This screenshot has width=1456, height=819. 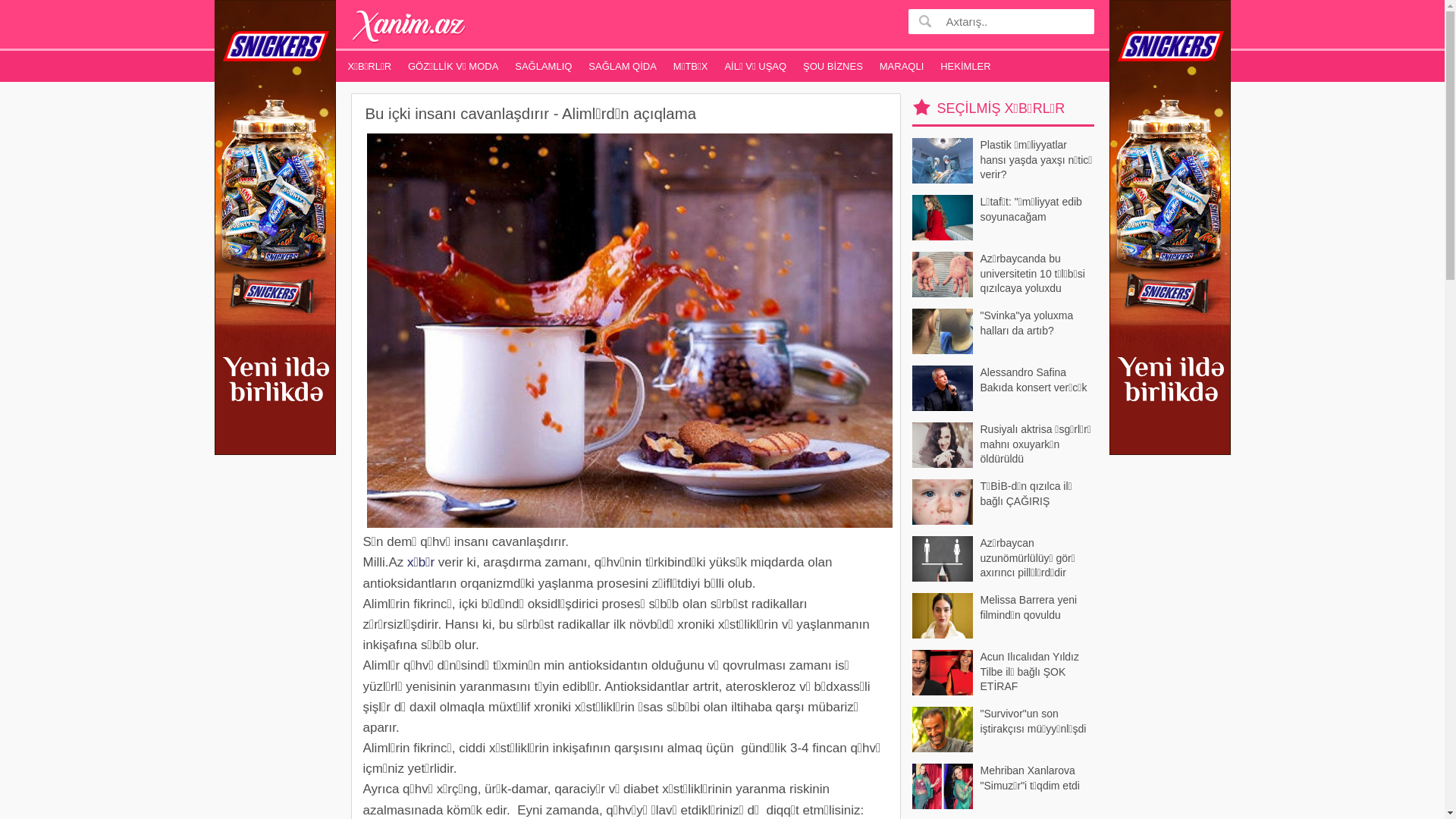 I want to click on 'MARAQLI', so click(x=902, y=65).